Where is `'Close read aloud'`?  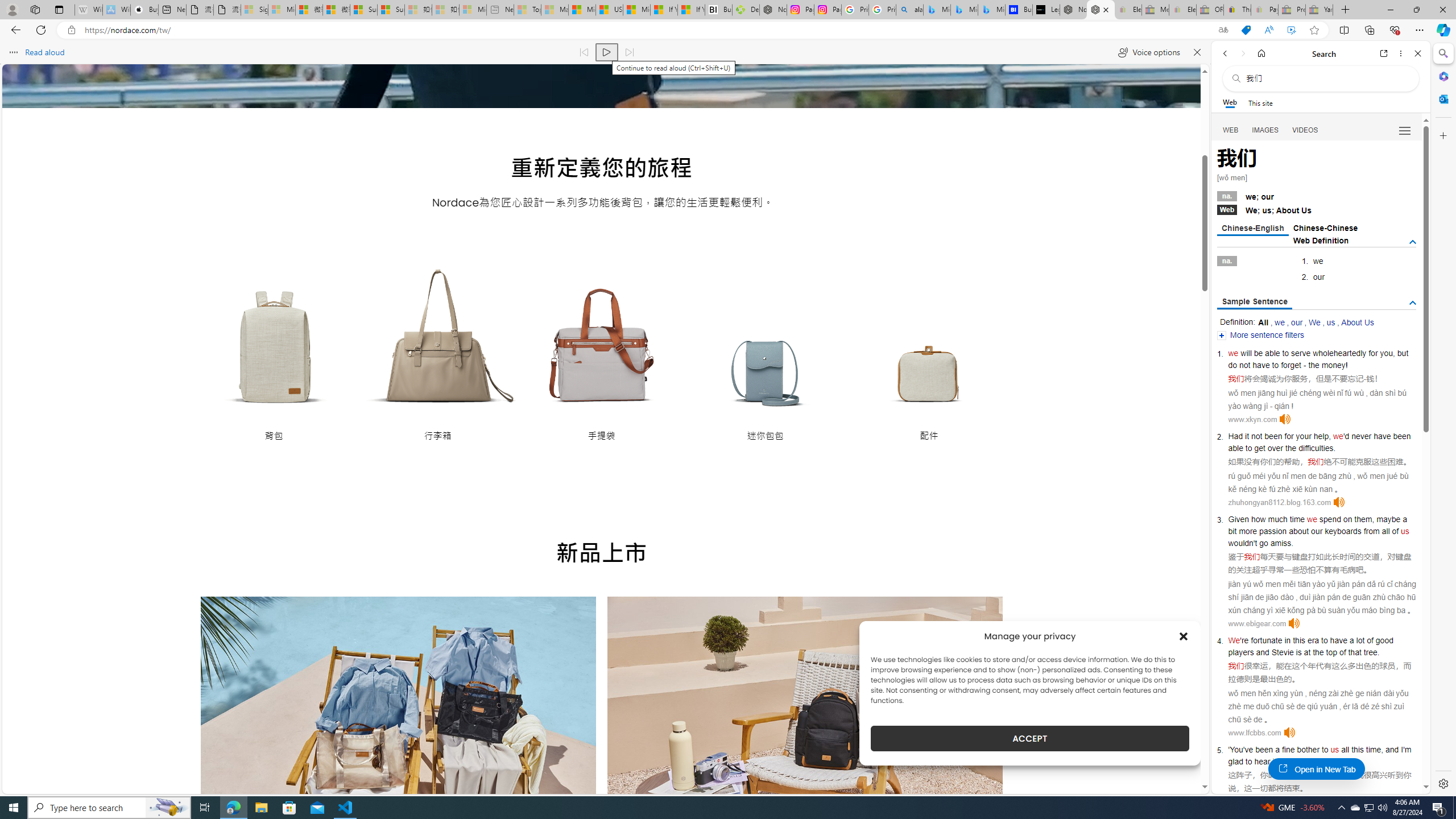
'Close read aloud' is located at coordinates (1196, 52).